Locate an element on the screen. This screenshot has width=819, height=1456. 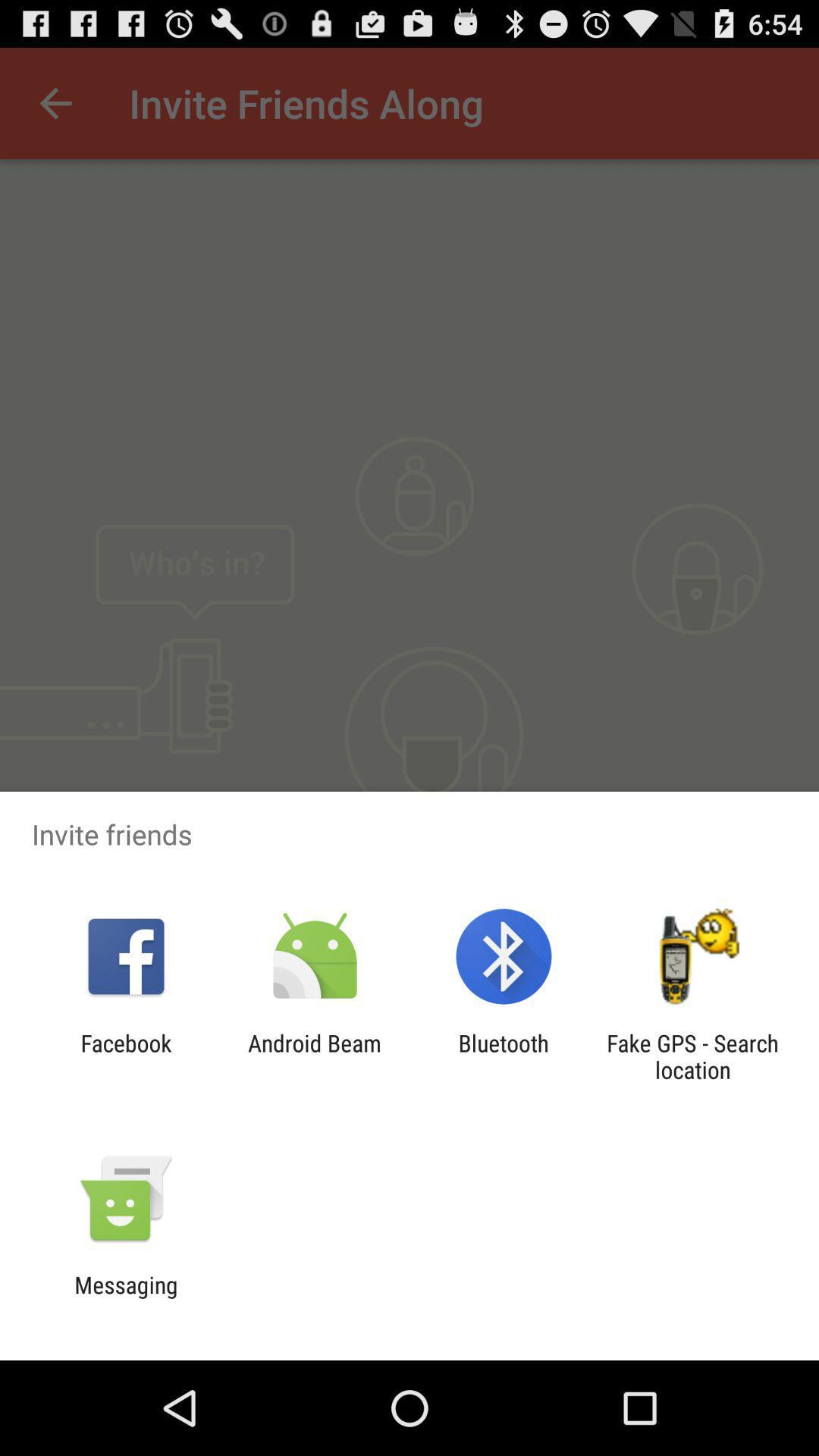
app to the left of the bluetooth item is located at coordinates (314, 1056).